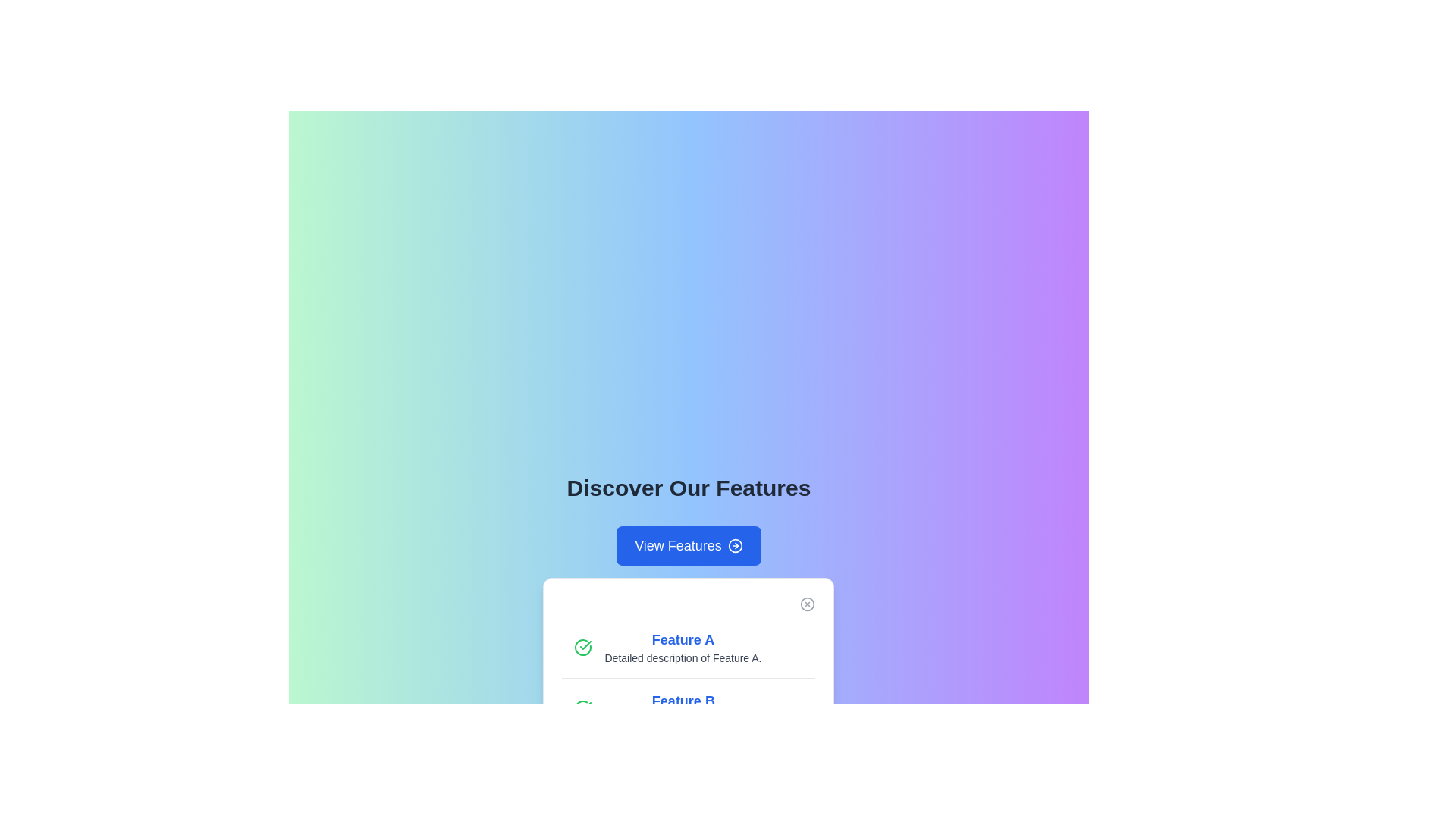 The width and height of the screenshot is (1456, 819). What do you see at coordinates (682, 640) in the screenshot?
I see `the Text label that serves as a title or heading for the feature located centrally in the white card element under the 'Discover Our Features' section` at bounding box center [682, 640].